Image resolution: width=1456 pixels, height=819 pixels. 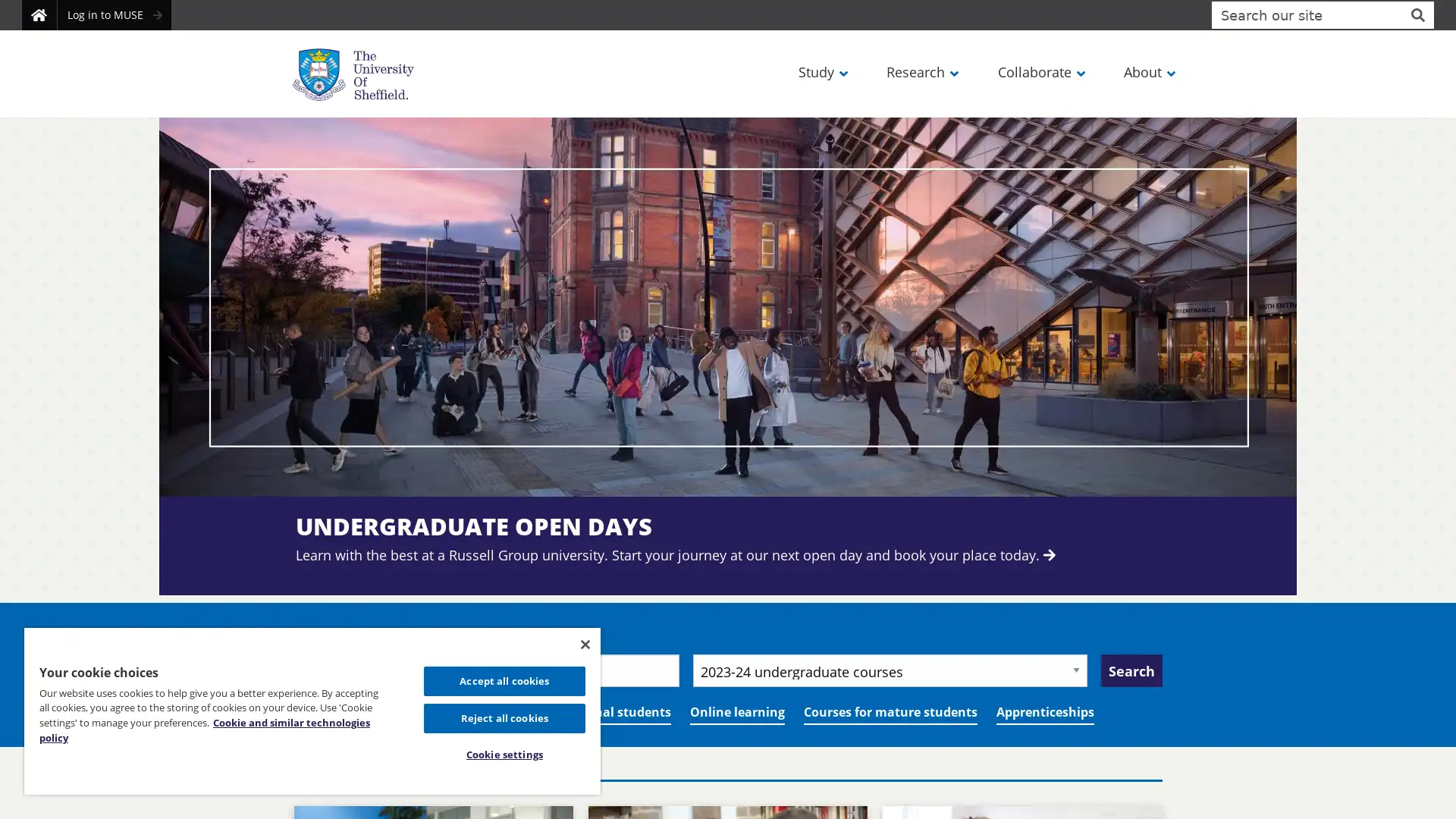 What do you see at coordinates (504, 755) in the screenshot?
I see `Cookie settings` at bounding box center [504, 755].